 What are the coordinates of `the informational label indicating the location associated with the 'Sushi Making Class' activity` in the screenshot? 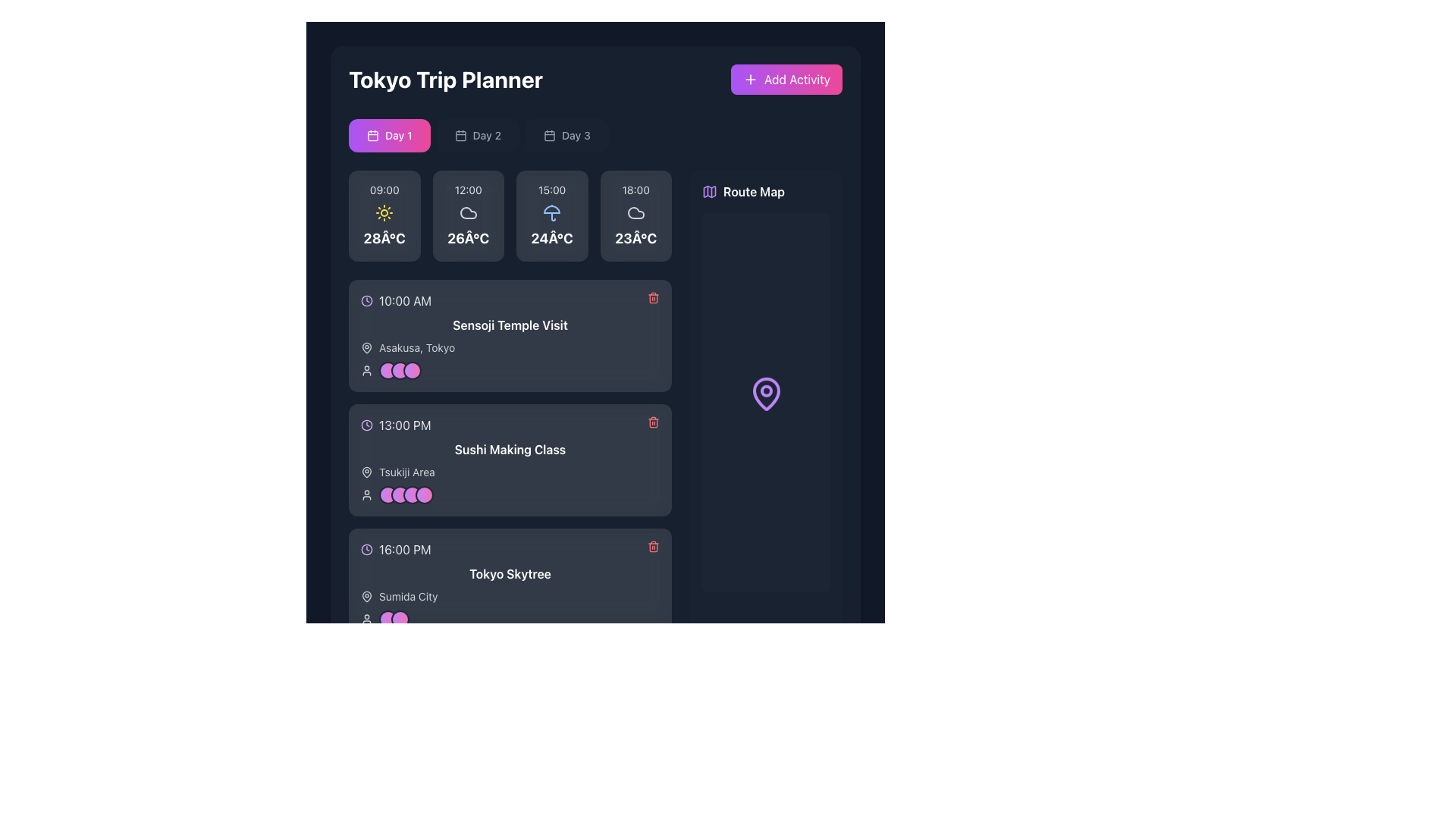 It's located at (510, 472).